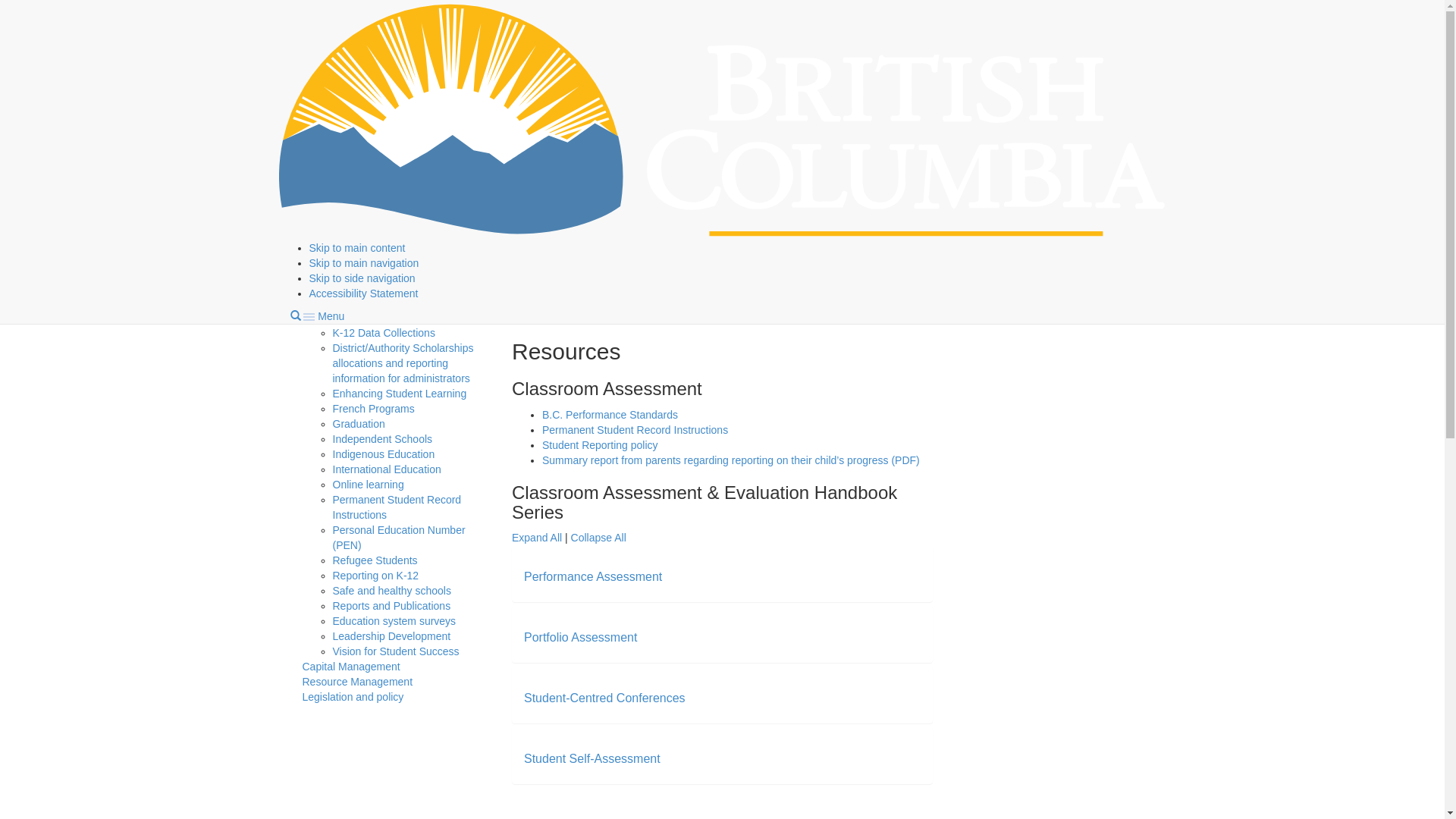 Image resolution: width=1456 pixels, height=819 pixels. Describe the element at coordinates (356, 680) in the screenshot. I see `'Resource Management'` at that location.